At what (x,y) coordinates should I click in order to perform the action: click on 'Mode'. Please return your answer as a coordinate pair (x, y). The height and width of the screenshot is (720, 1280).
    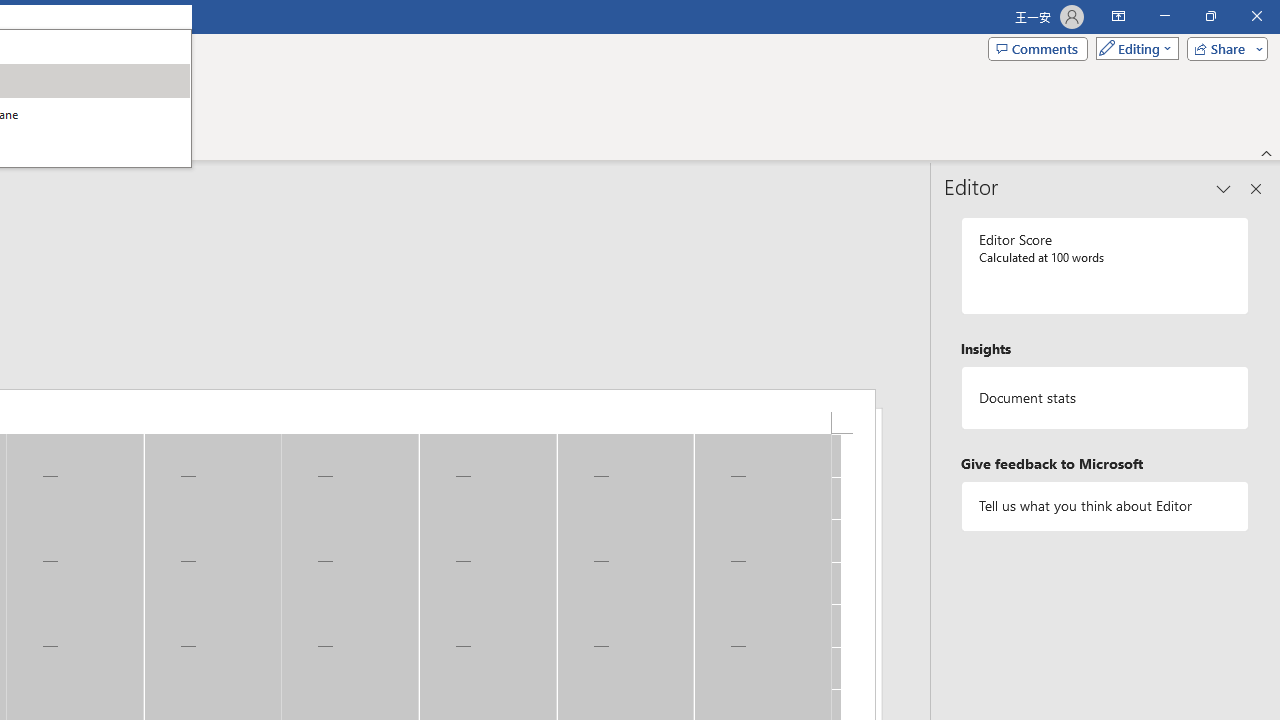
    Looking at the image, I should click on (1133, 47).